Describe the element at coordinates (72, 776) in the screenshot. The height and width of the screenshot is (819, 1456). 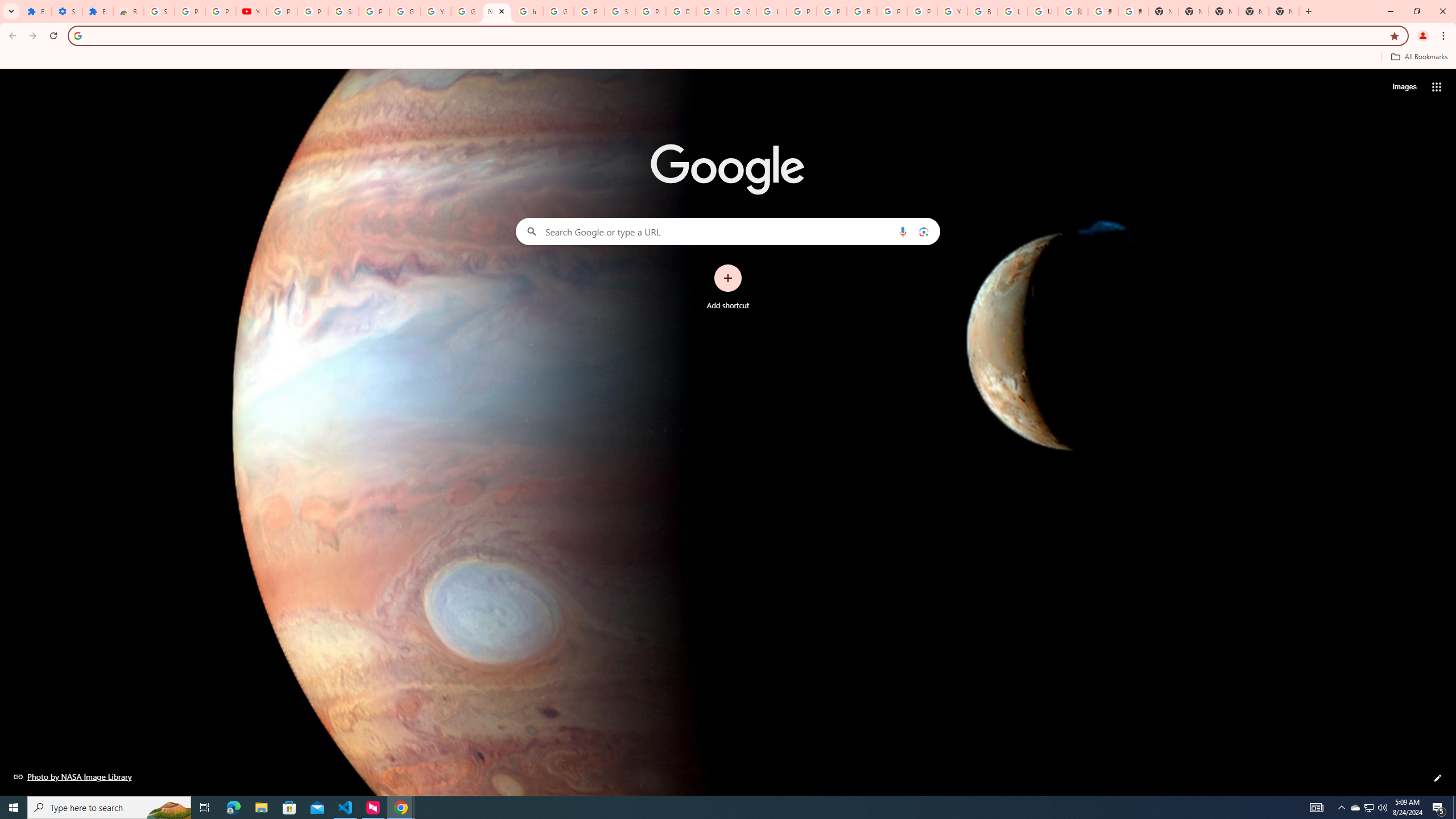
I see `'Photo by NASA Image Library'` at that location.